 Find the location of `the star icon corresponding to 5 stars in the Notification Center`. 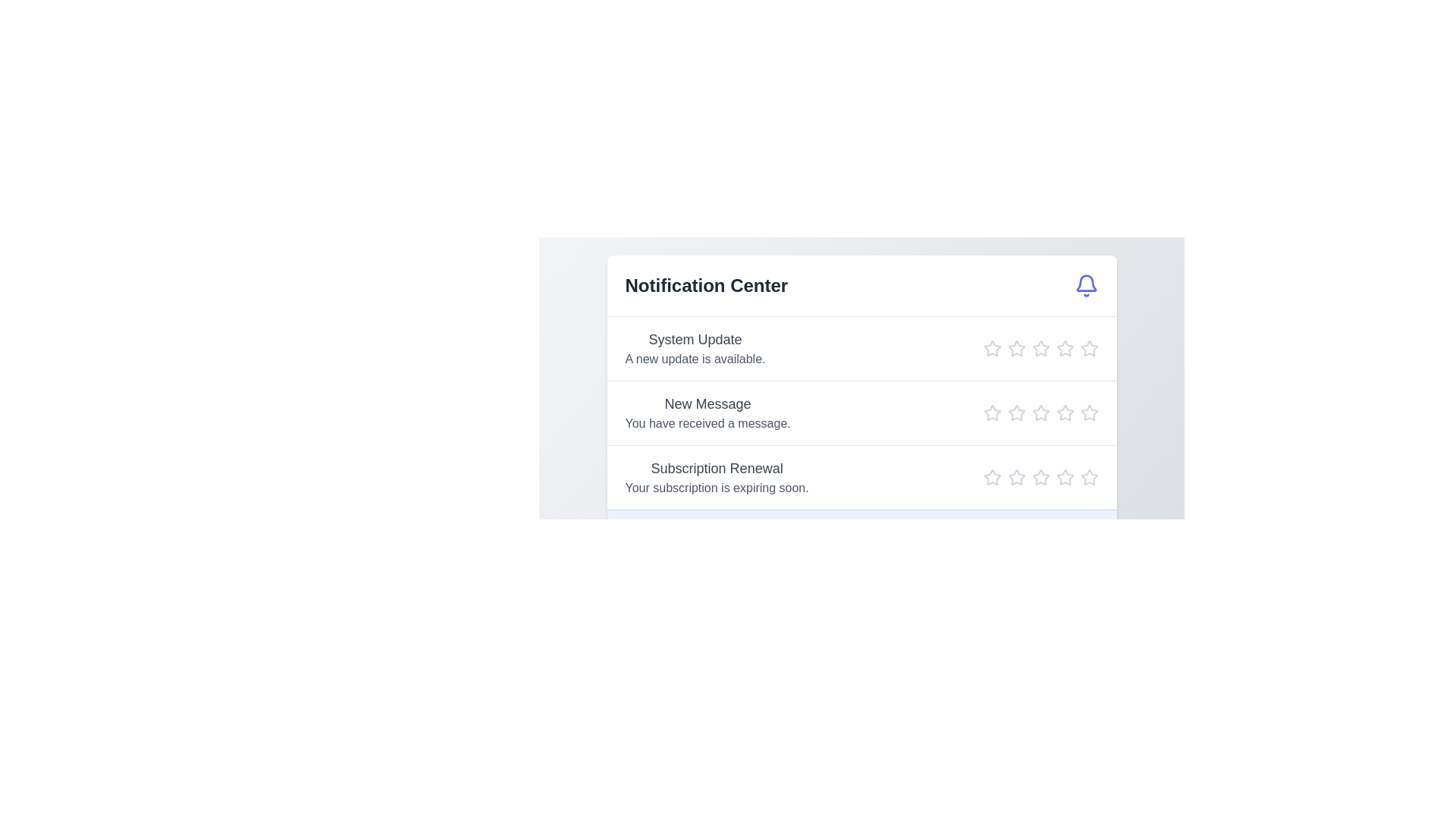

the star icon corresponding to 5 stars in the Notification Center is located at coordinates (1088, 348).